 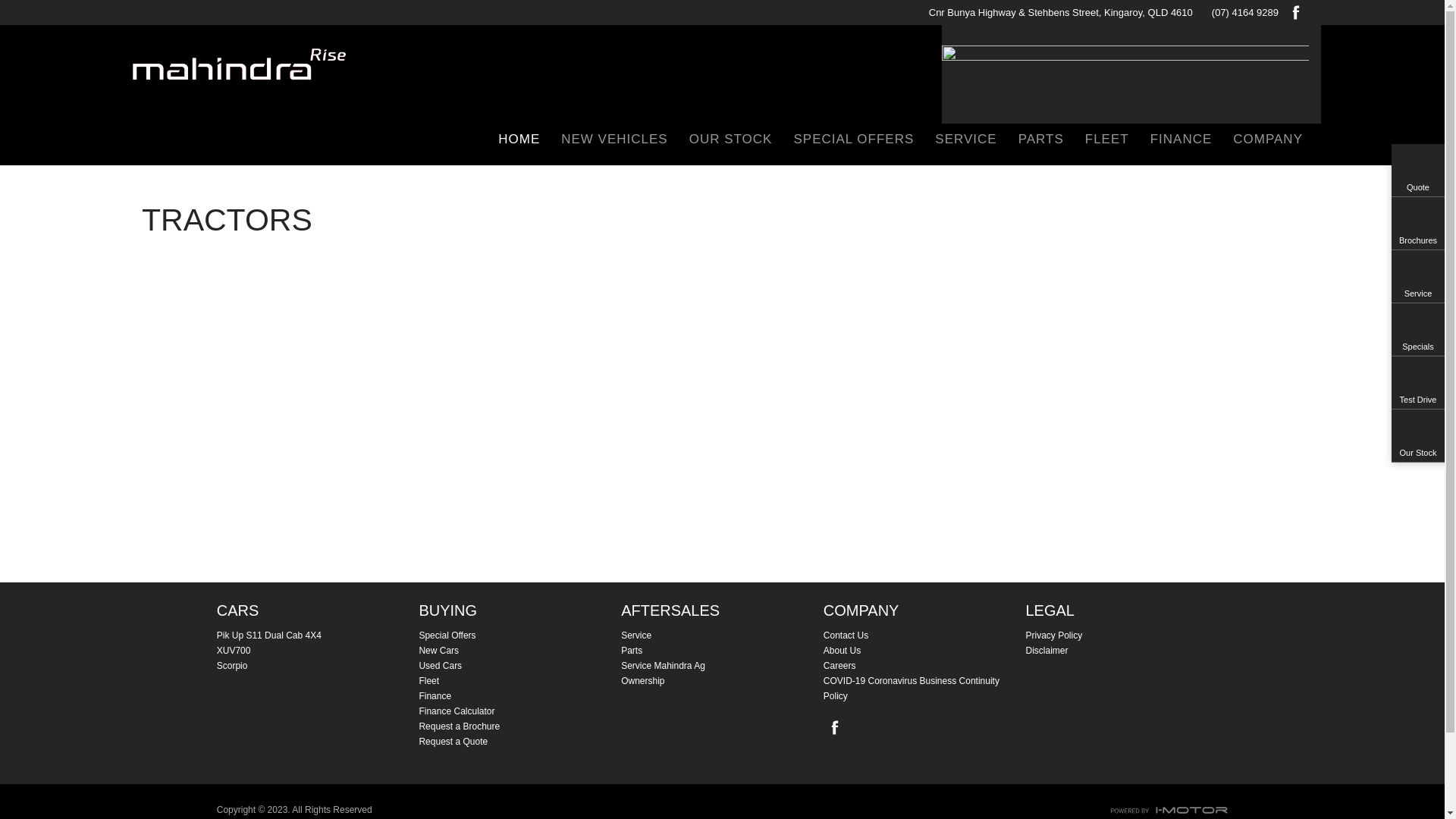 I want to click on 'Used Cars', so click(x=519, y=665).